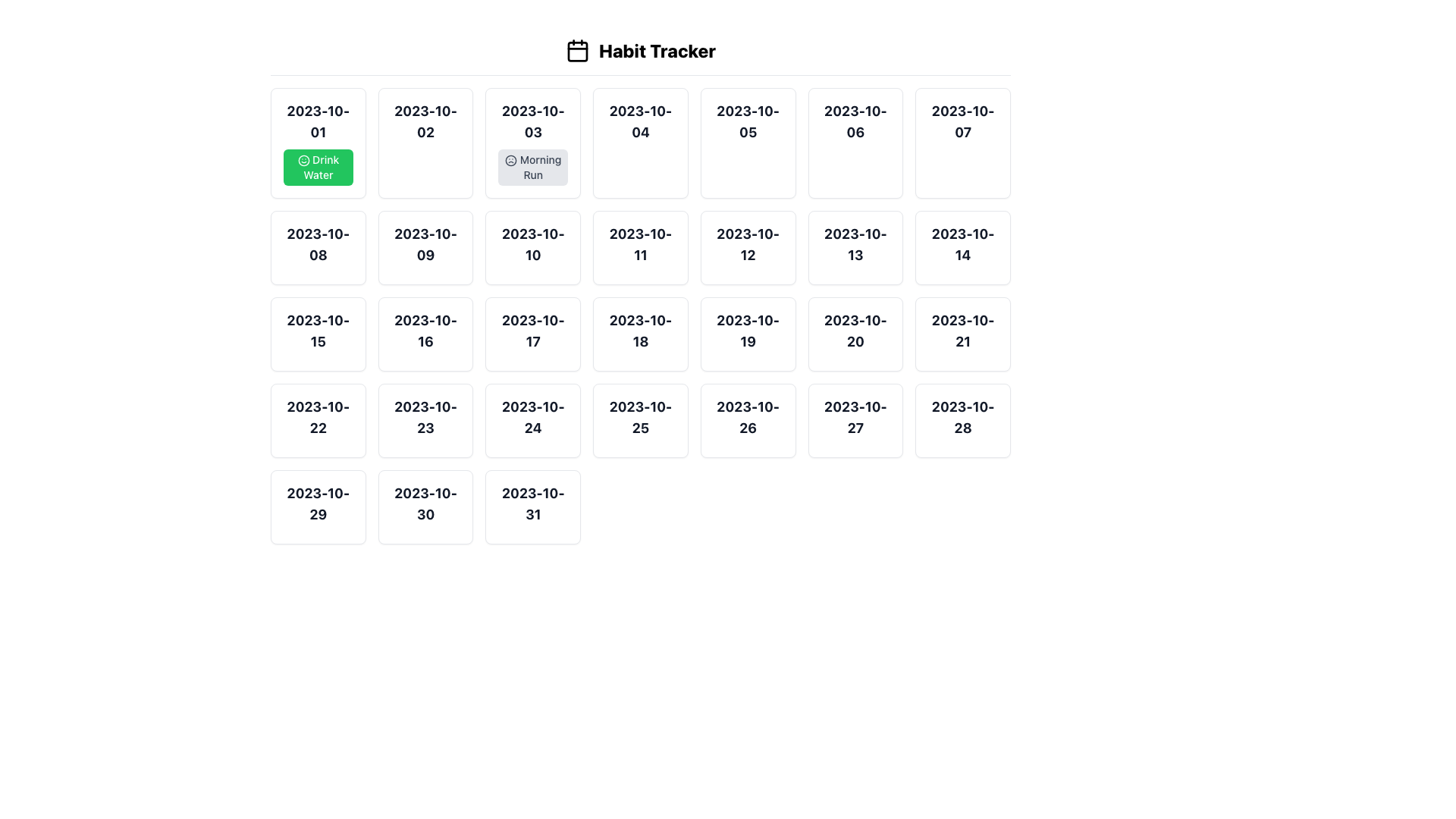  What do you see at coordinates (317, 504) in the screenshot?
I see `the Text Label indicating the date October 29, 2023, located in the bottom-left group of the calendar grid` at bounding box center [317, 504].